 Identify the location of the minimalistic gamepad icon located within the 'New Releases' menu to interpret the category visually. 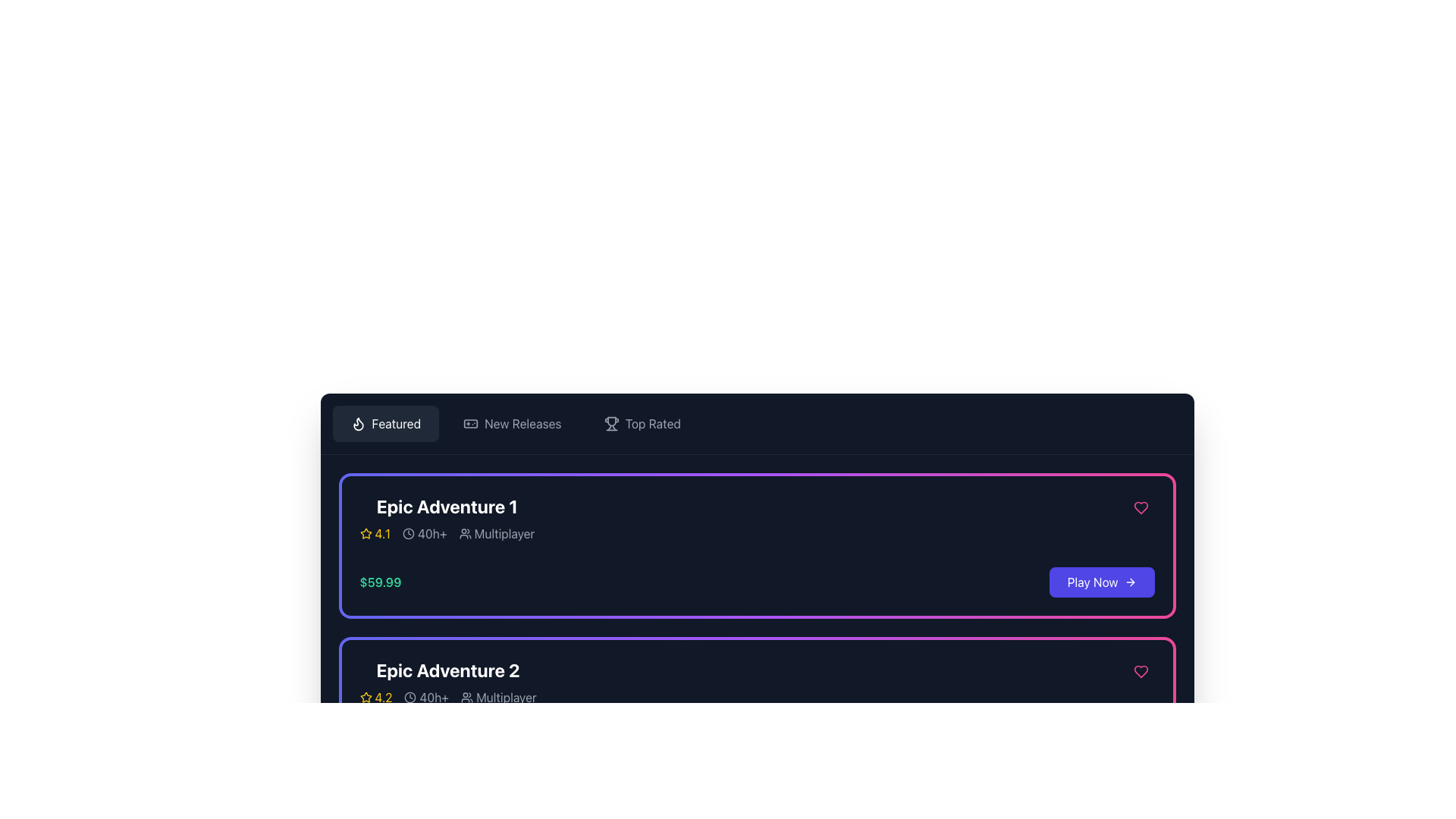
(470, 424).